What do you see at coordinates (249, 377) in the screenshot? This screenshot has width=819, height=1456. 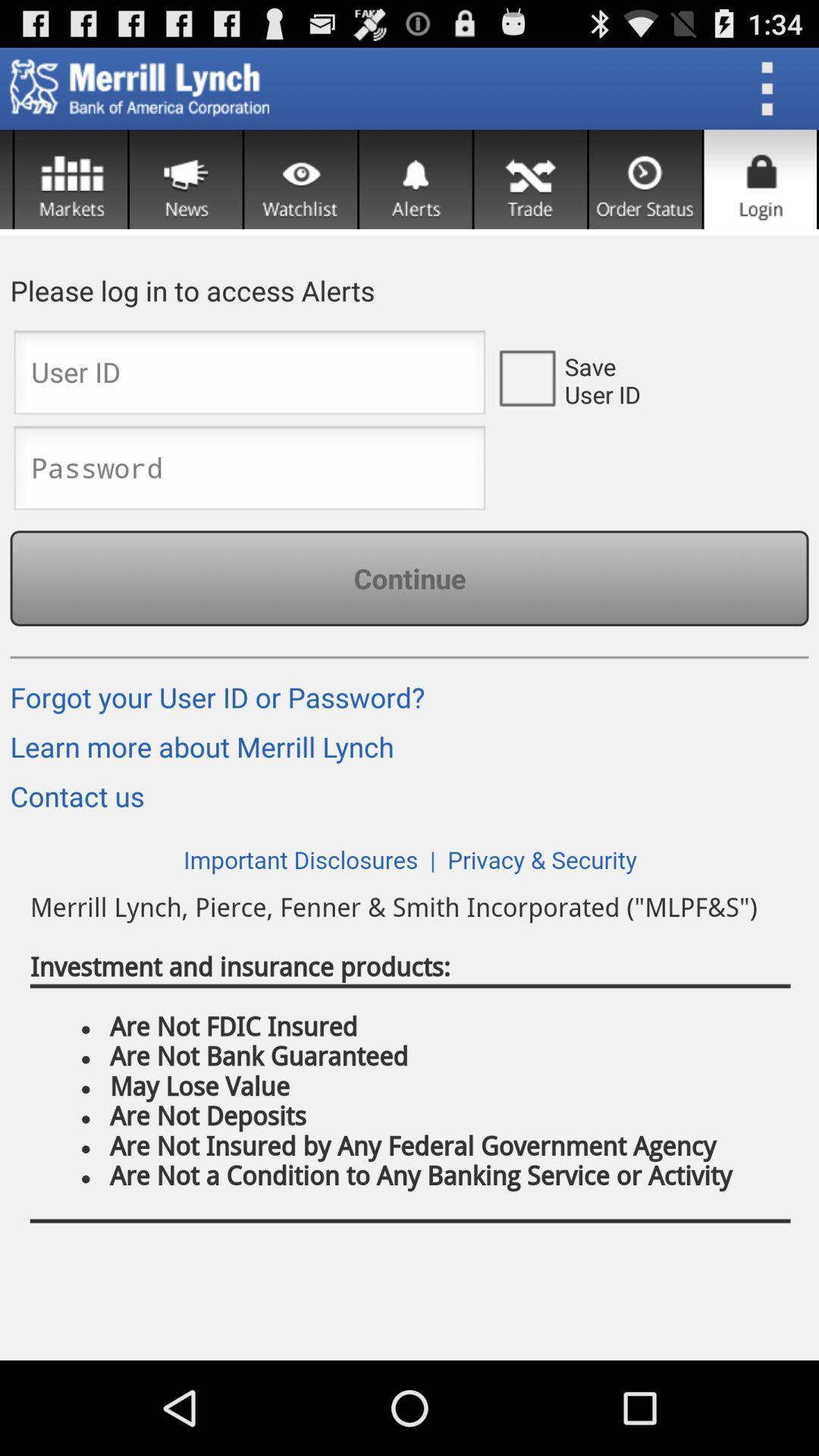 I see `userid` at bounding box center [249, 377].